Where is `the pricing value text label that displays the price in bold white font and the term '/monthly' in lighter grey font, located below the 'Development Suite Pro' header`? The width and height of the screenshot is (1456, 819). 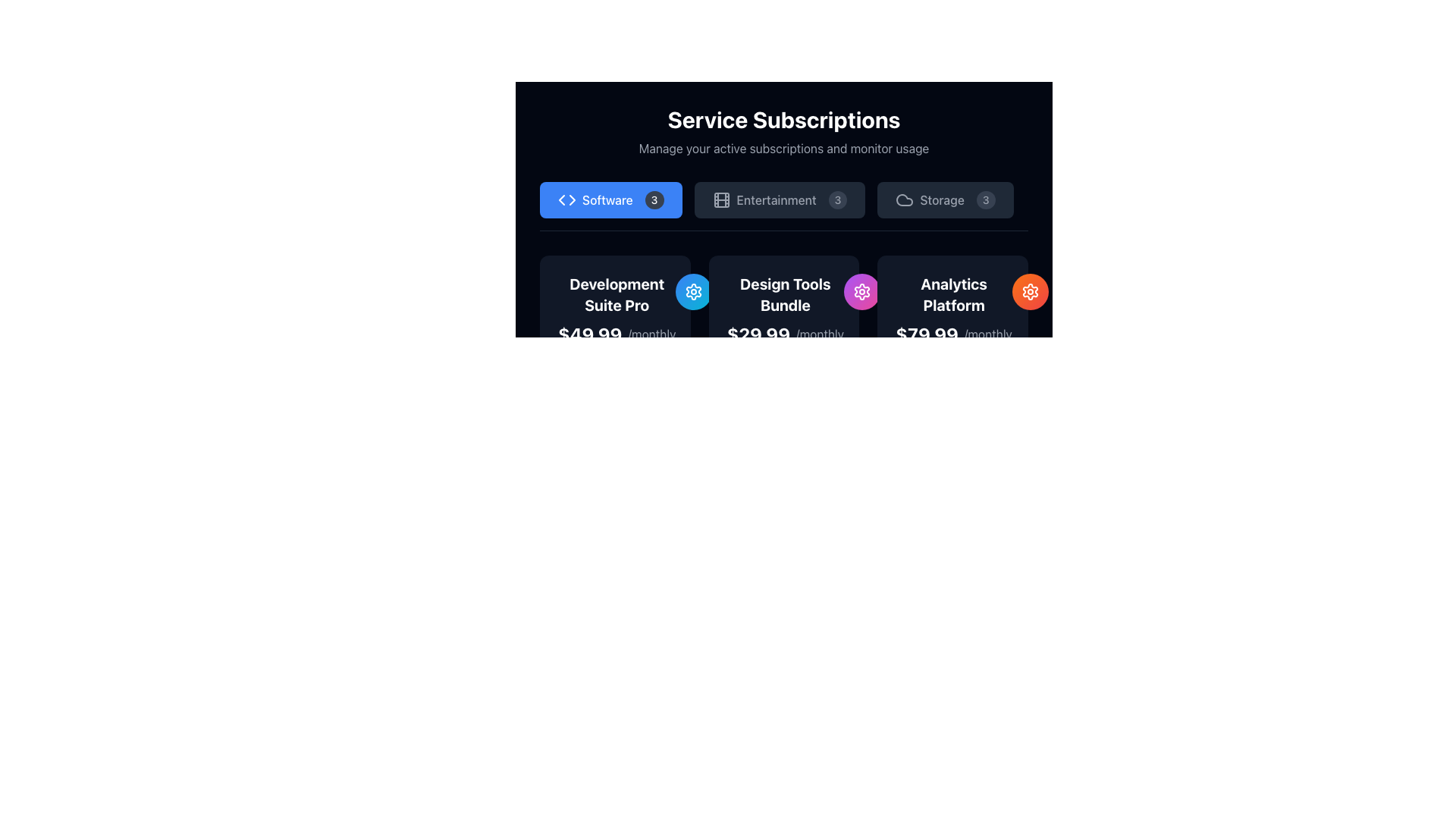
the pricing value text label that displays the price in bold white font and the term '/monthly' in lighter grey font, located below the 'Development Suite Pro' header is located at coordinates (617, 333).